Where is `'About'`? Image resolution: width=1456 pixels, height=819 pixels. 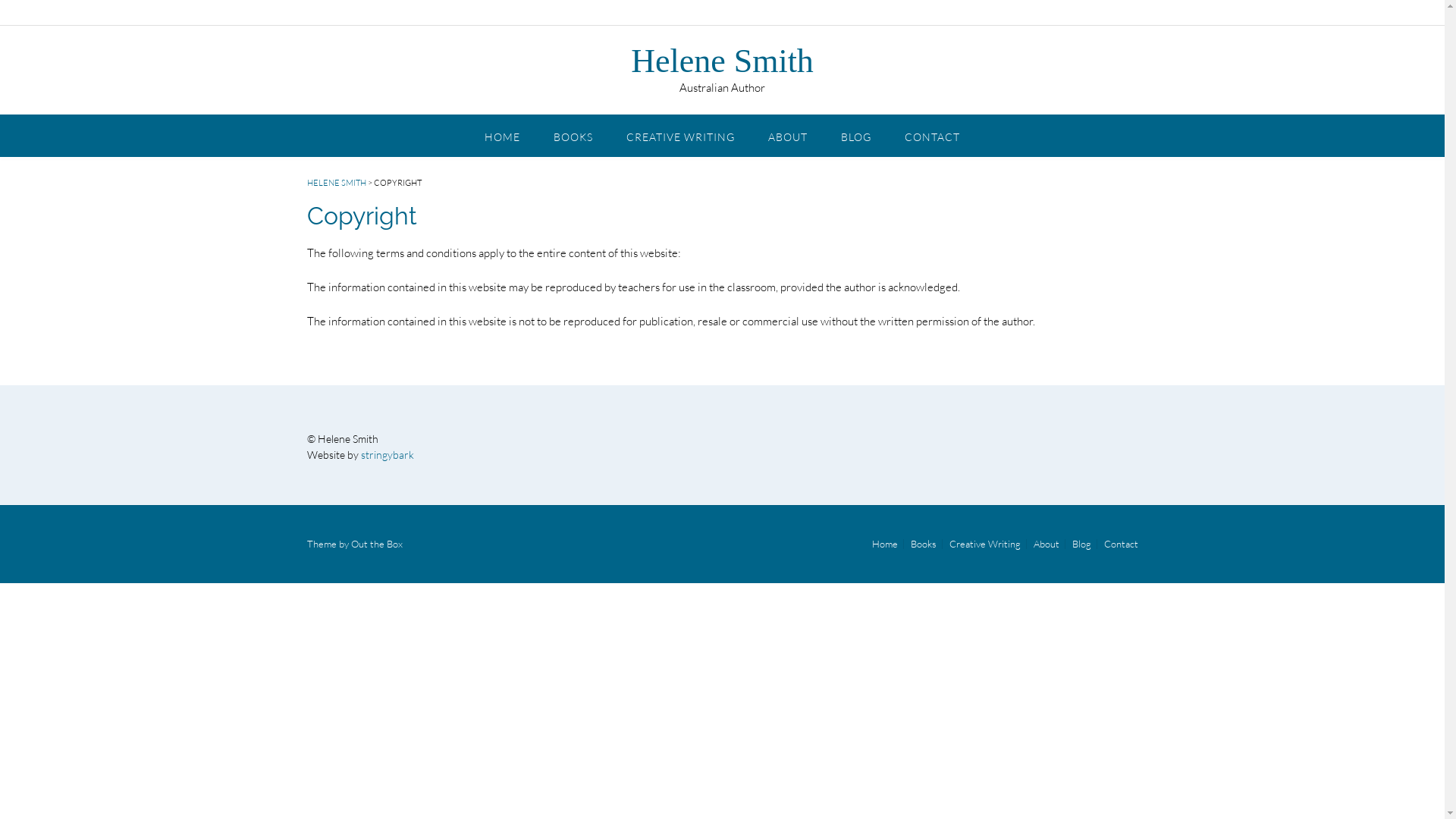 'About' is located at coordinates (1046, 543).